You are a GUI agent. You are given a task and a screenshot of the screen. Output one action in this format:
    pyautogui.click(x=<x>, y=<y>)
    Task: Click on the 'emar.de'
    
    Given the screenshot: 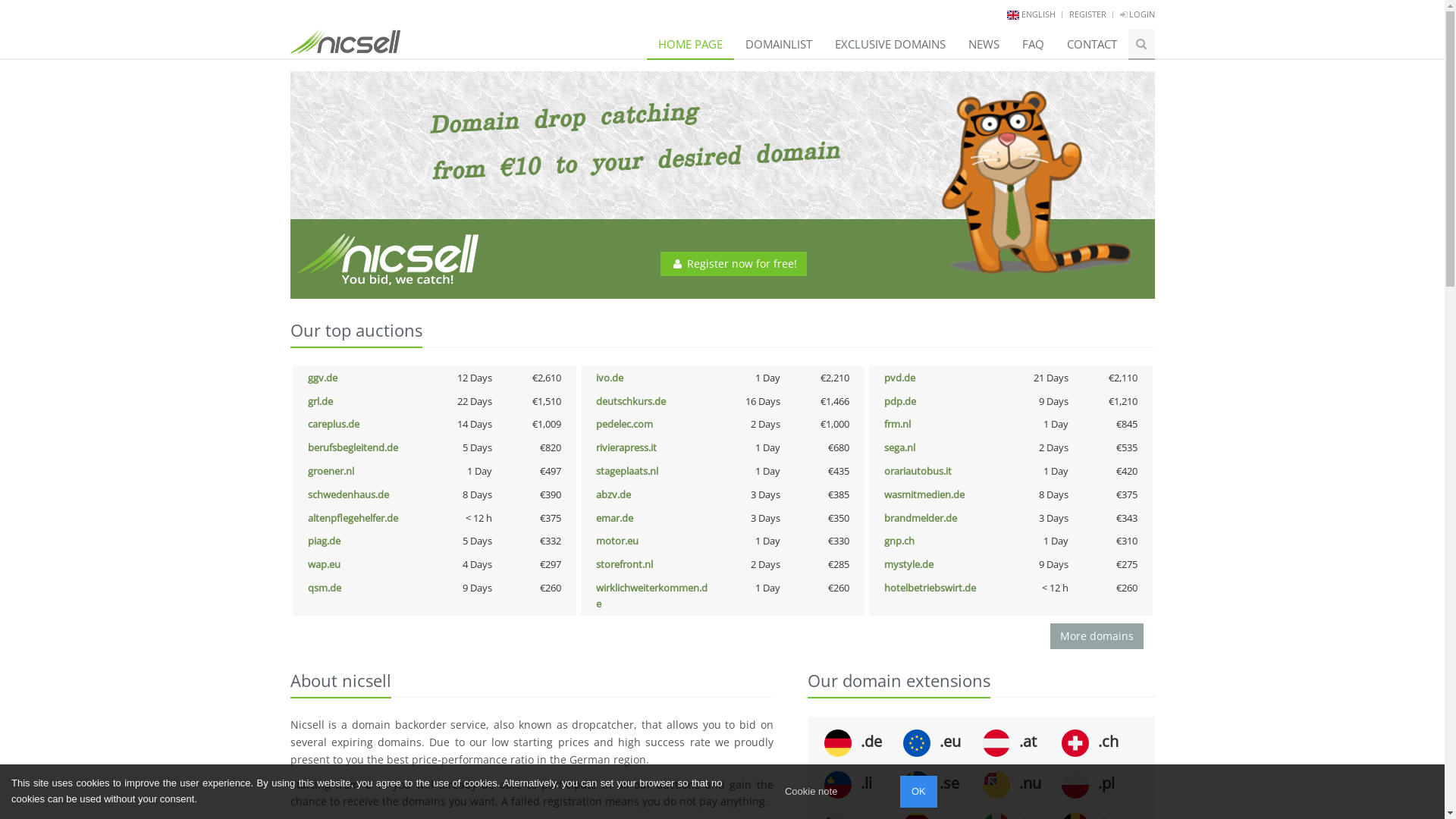 What is the action you would take?
    pyautogui.click(x=595, y=516)
    